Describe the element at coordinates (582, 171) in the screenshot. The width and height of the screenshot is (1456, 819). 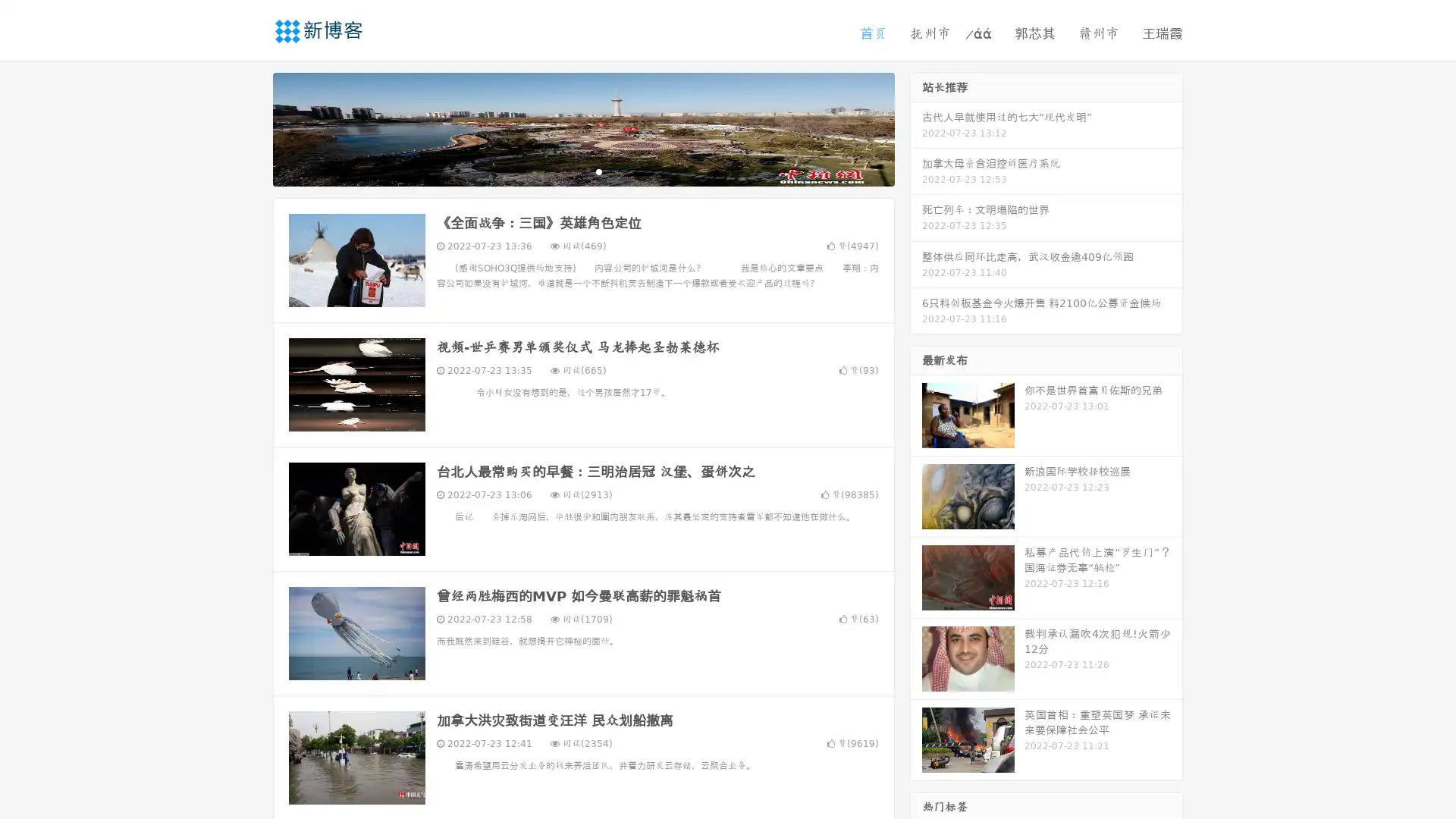
I see `Go to slide 2` at that location.